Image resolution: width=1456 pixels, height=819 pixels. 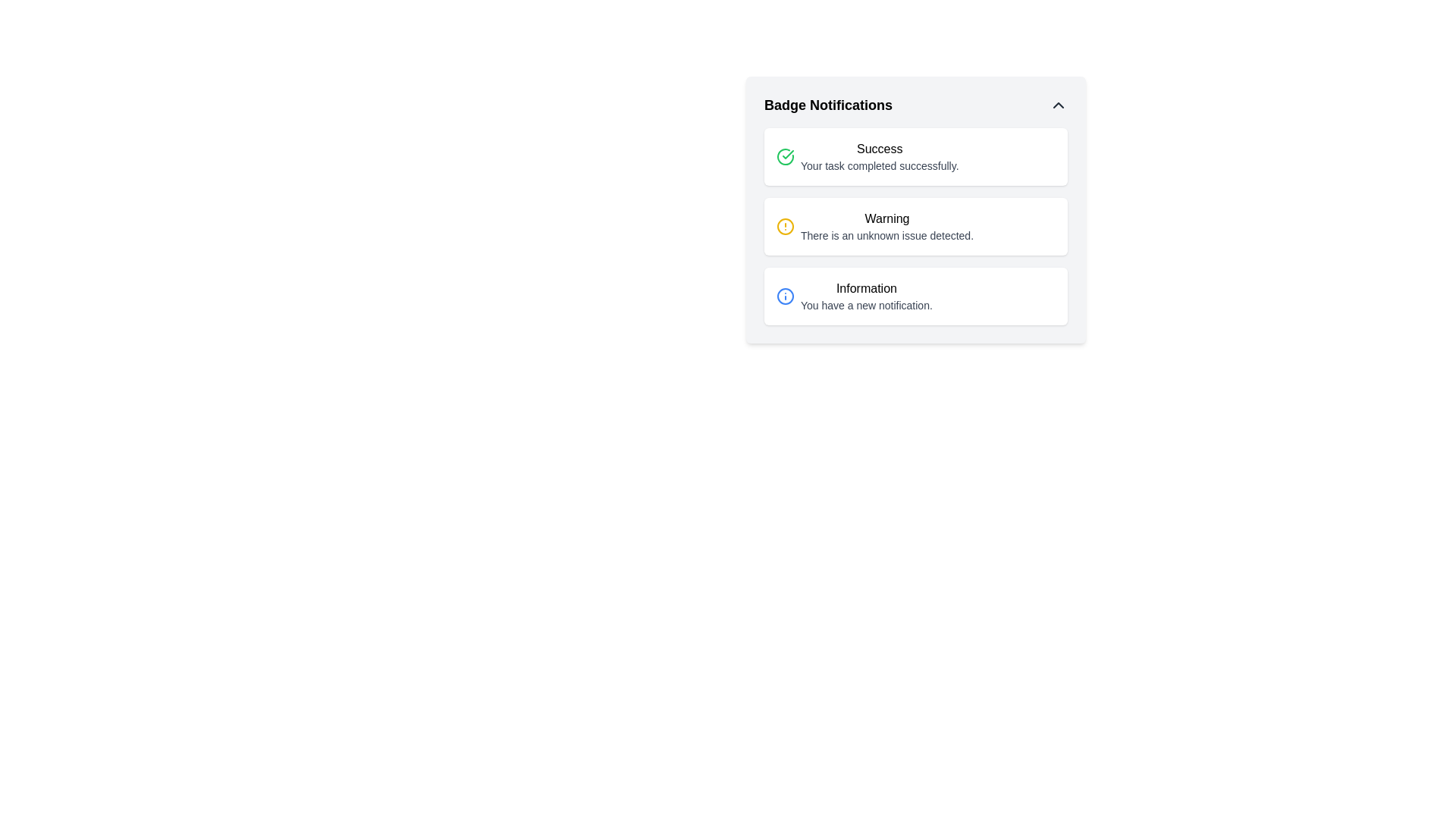 I want to click on the upward-pointing chevron icon next to the 'Badge Notifications' text, so click(x=1058, y=104).